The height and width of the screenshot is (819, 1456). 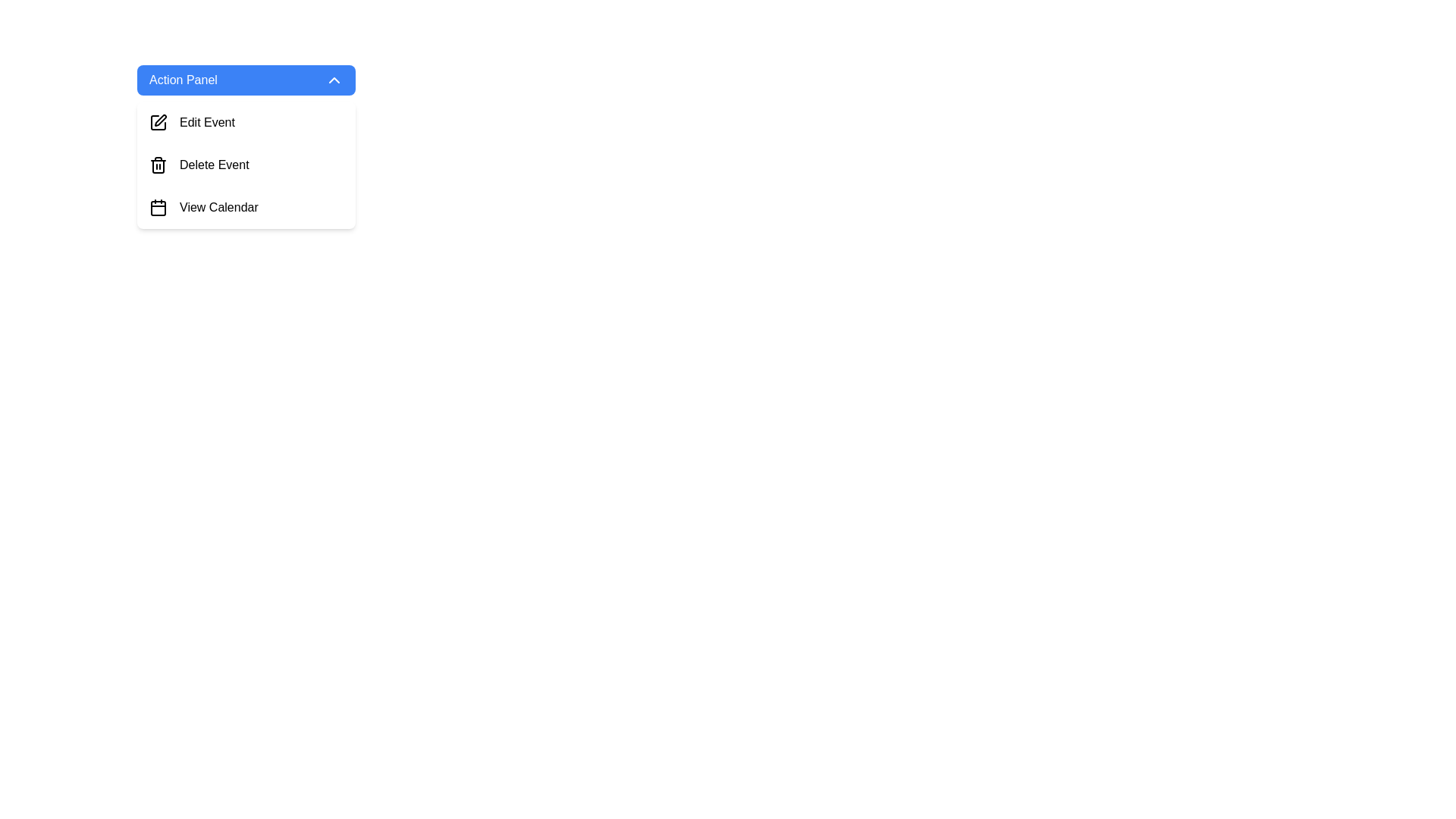 What do you see at coordinates (206, 122) in the screenshot?
I see `the 'Edit Event' text label located in the 'Action Panel' dropdown menu, which appears as the first option and is identifiable by the icon of a square with a pen` at bounding box center [206, 122].